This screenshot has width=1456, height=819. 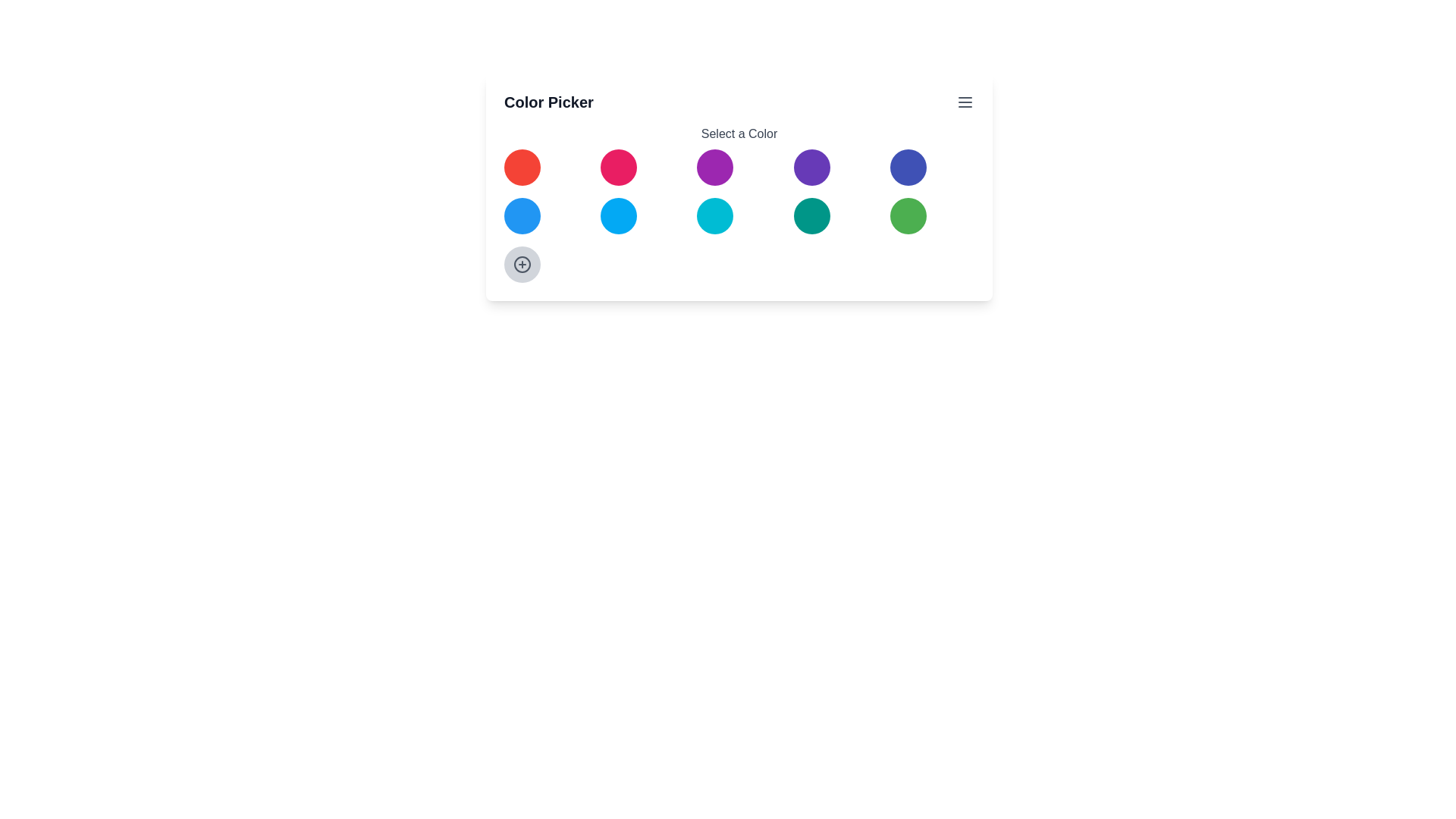 I want to click on the 'Color Picker' title by focusing on it, so click(x=548, y=102).